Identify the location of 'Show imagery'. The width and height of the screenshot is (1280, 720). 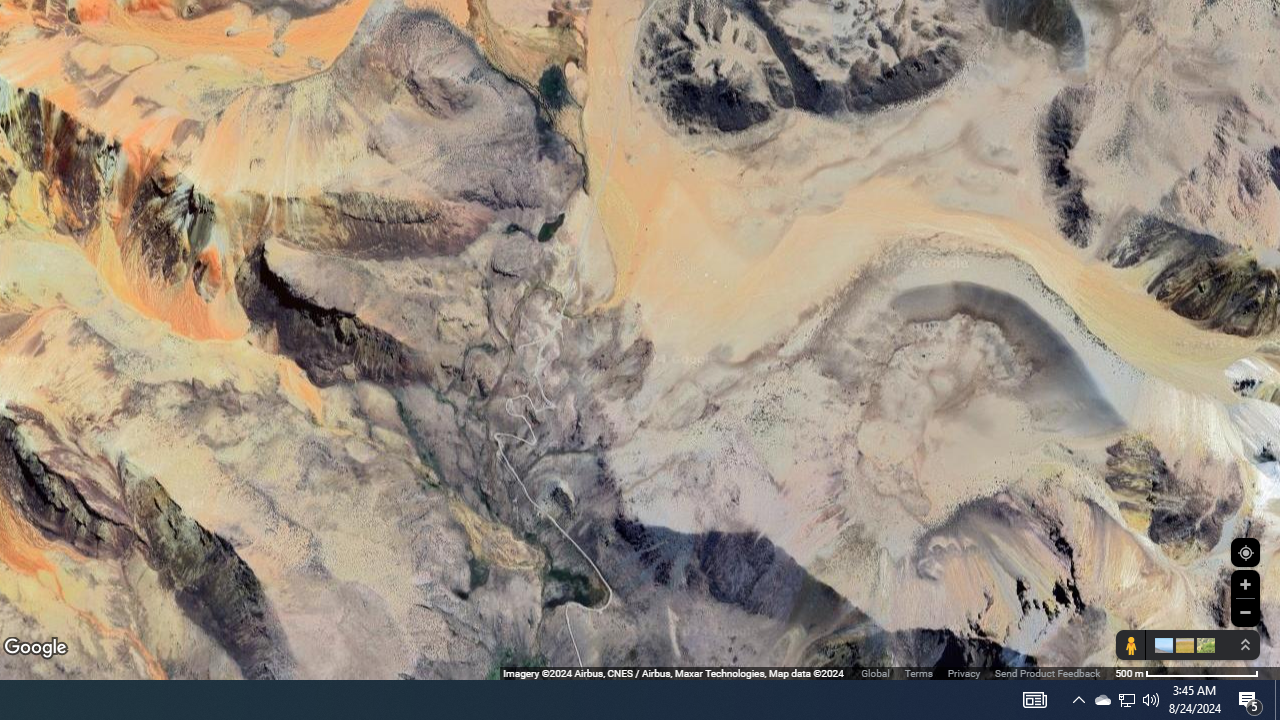
(1202, 645).